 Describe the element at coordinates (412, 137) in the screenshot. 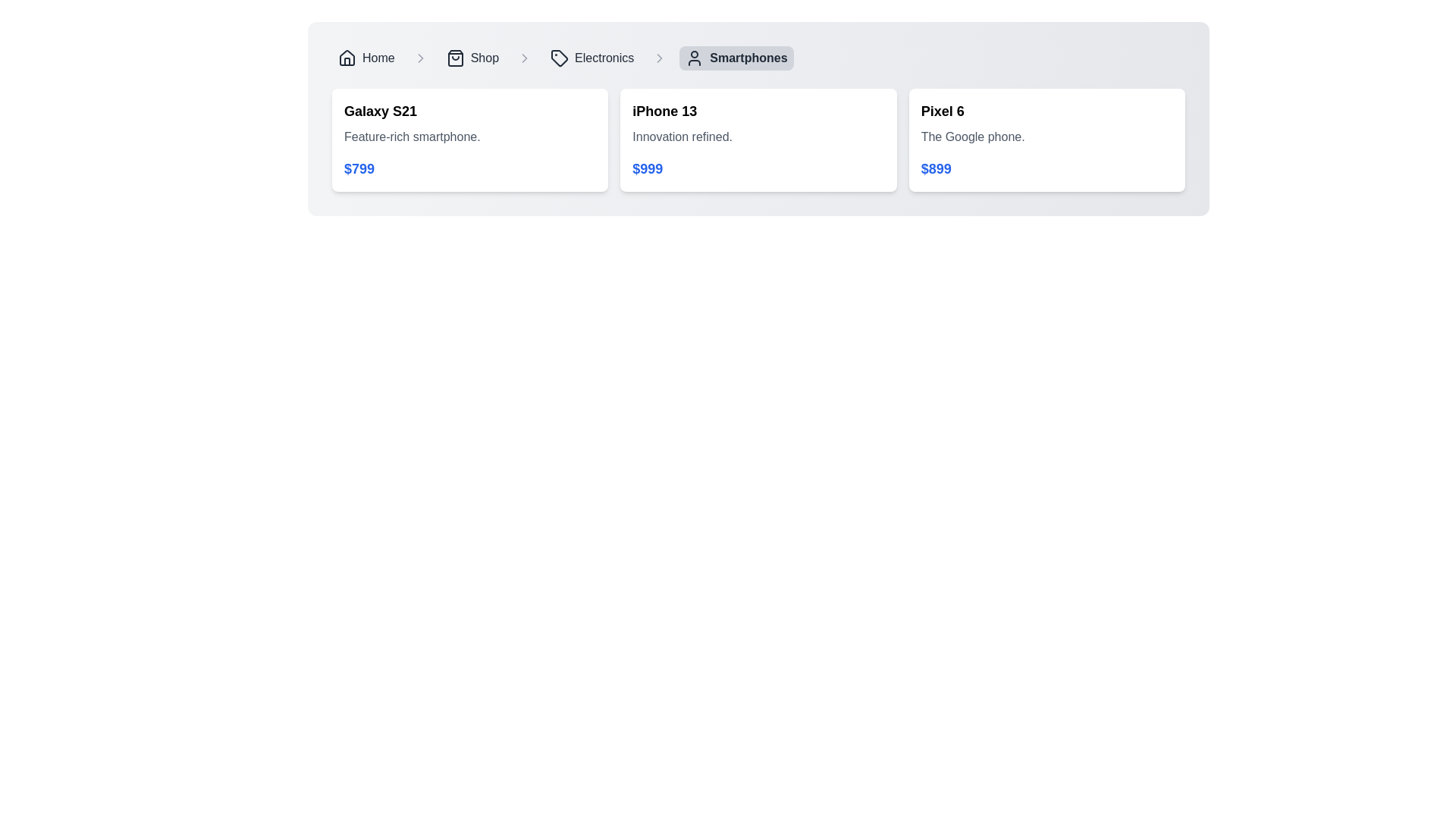

I see `the text label displaying 'Feature-rich smartphone.' which is styled in gray font and located below the title 'Galaxy S21' in the card layout` at that location.